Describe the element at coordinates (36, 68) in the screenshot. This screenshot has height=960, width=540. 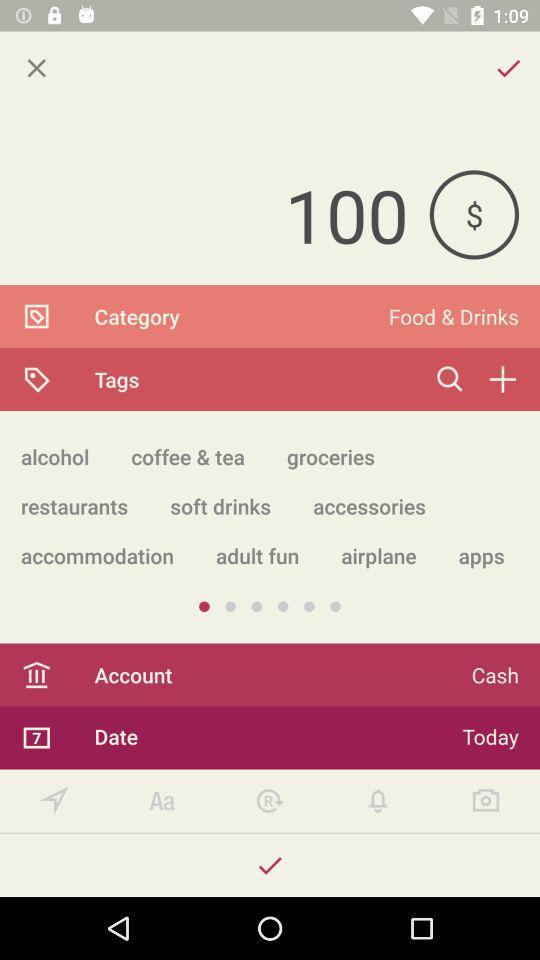
I see `exit the page` at that location.